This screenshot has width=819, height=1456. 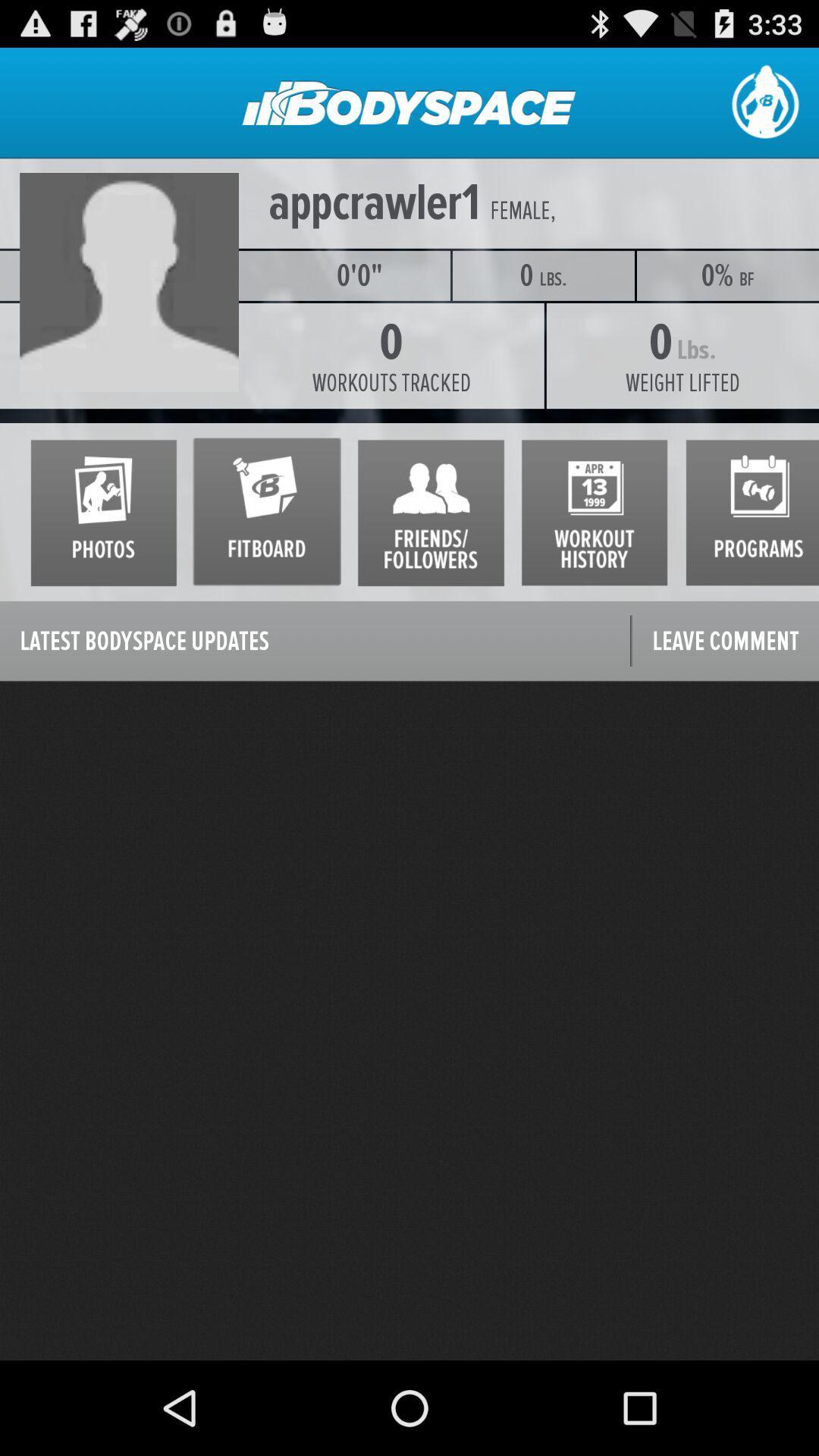 What do you see at coordinates (315, 642) in the screenshot?
I see `the item to the left of leave comment item` at bounding box center [315, 642].